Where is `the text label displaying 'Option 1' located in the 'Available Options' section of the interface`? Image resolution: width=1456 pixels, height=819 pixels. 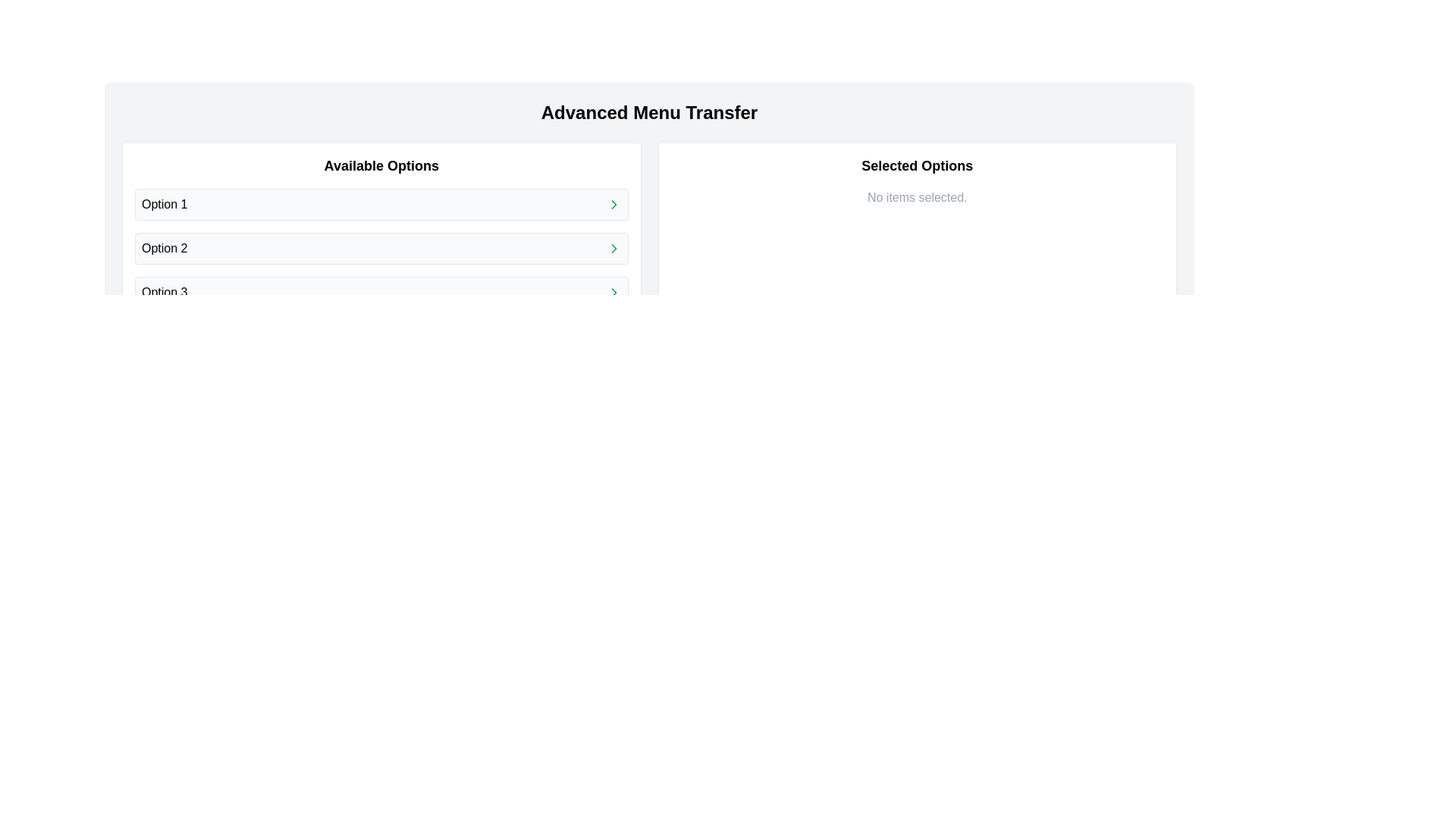 the text label displaying 'Option 1' located in the 'Available Options' section of the interface is located at coordinates (165, 205).